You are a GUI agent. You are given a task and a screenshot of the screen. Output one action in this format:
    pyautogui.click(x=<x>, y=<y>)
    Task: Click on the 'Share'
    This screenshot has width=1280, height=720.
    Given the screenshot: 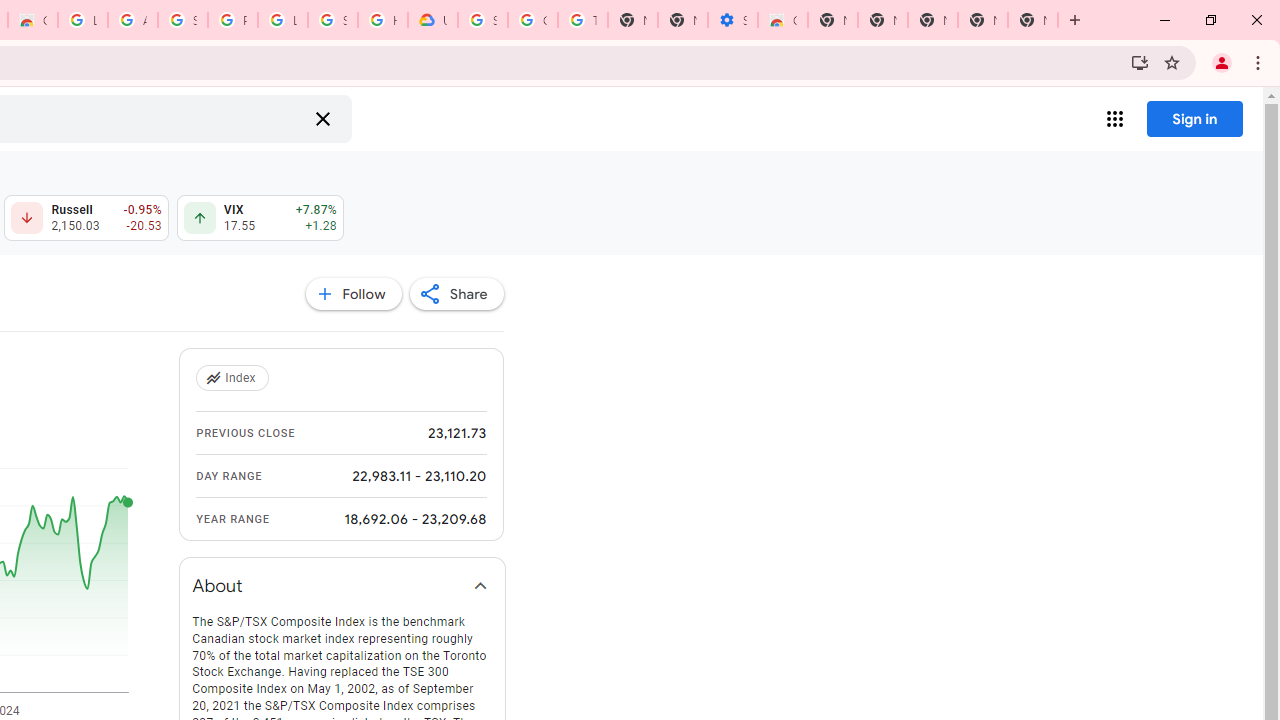 What is the action you would take?
    pyautogui.click(x=455, y=294)
    